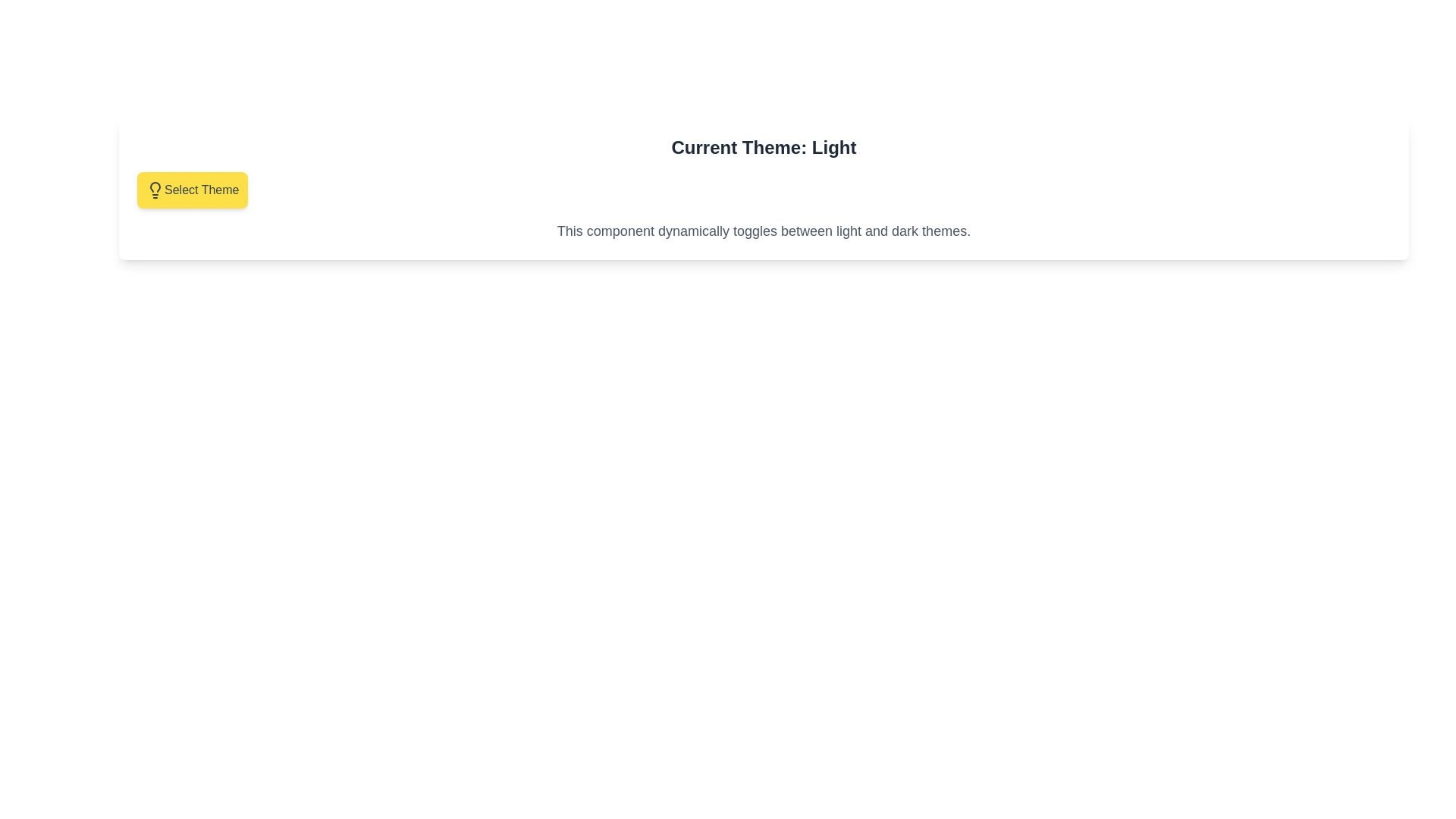  What do you see at coordinates (764, 231) in the screenshot?
I see `the text element that describes the dynamic theme toggling, which is styled in gray with a medium-large sans-serif font and located beneath the 'Select Theme' button` at bounding box center [764, 231].